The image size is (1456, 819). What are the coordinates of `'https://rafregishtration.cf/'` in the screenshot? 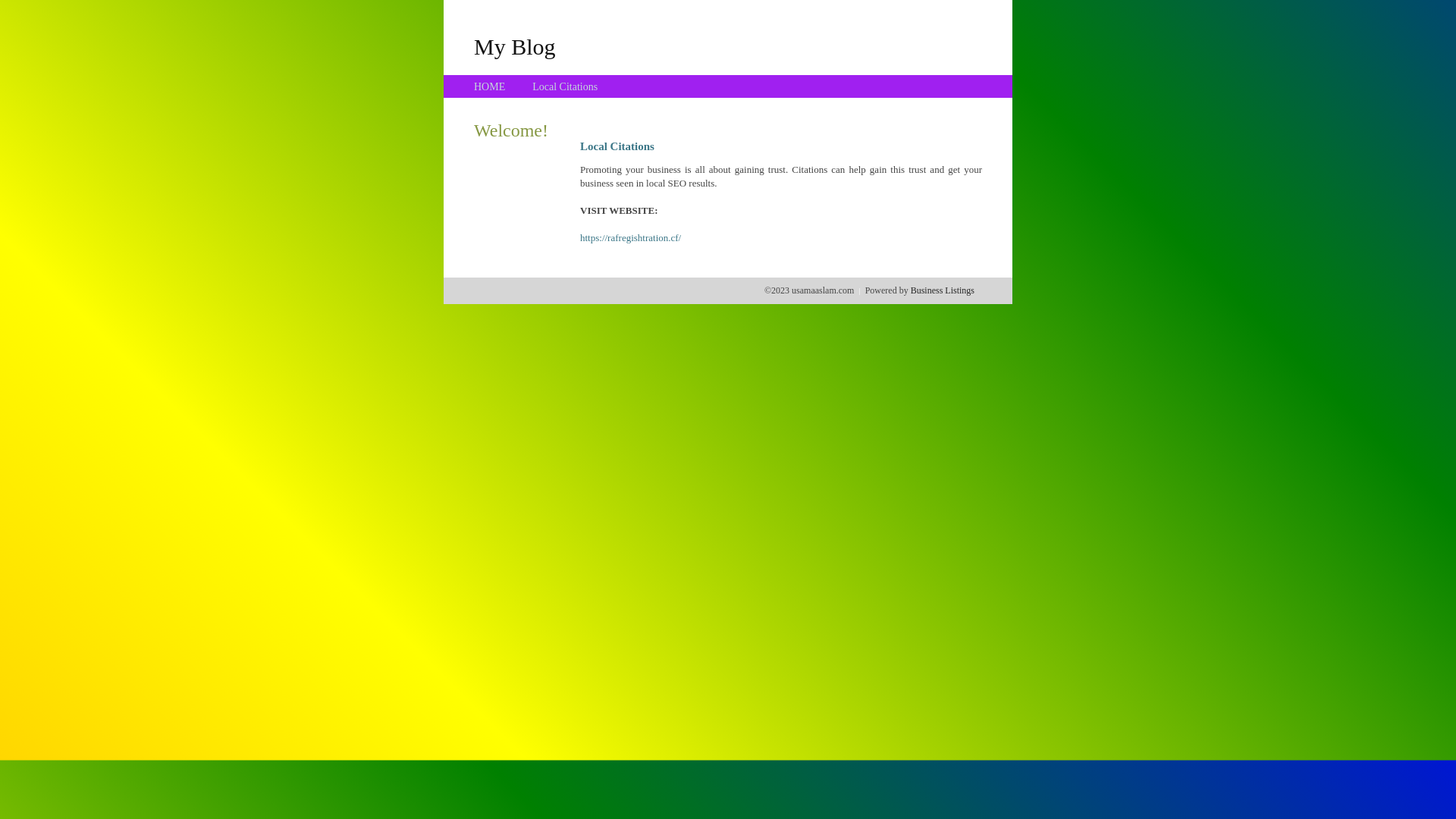 It's located at (630, 237).